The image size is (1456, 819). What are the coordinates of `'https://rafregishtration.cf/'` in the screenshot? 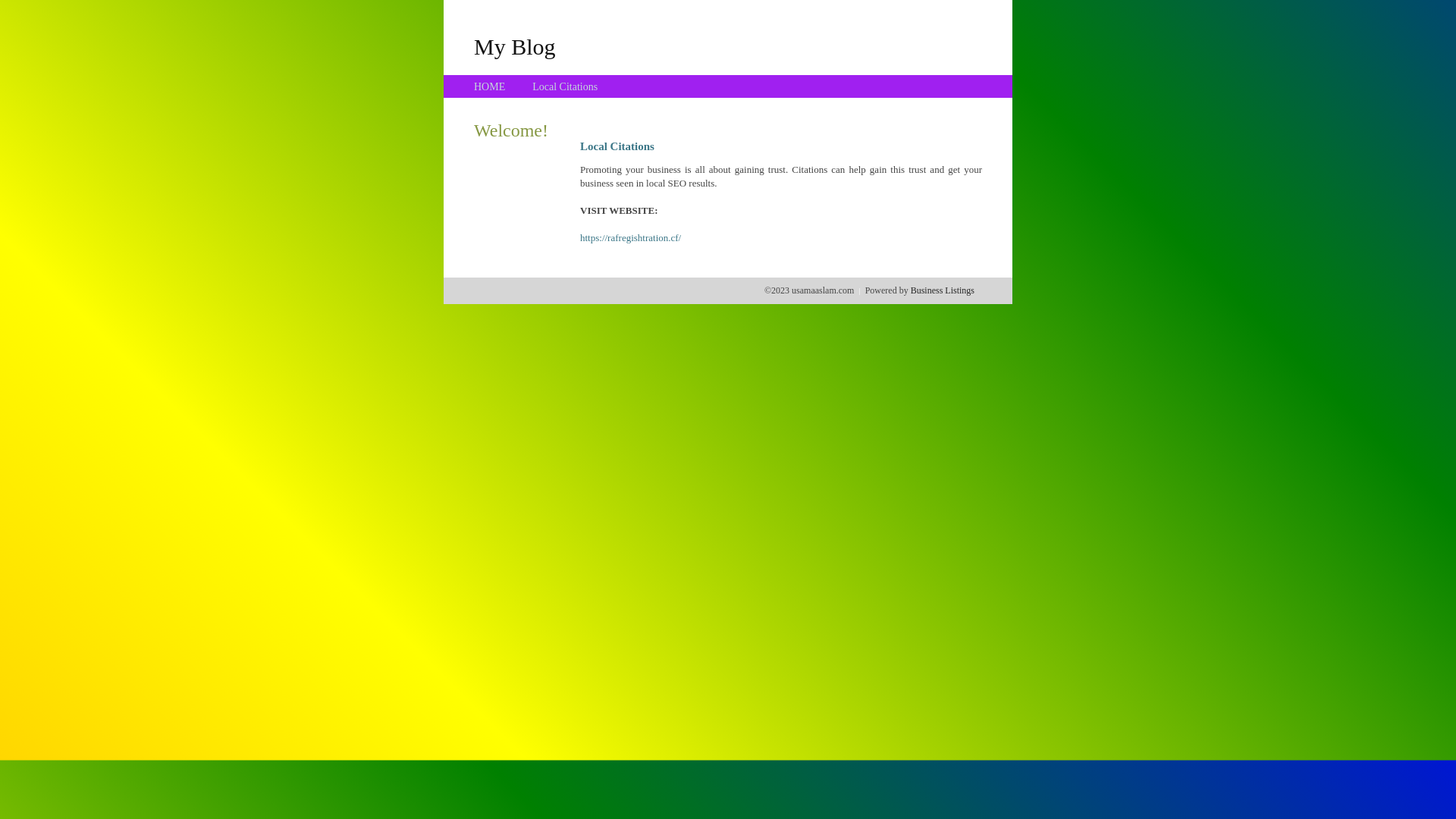 It's located at (630, 237).